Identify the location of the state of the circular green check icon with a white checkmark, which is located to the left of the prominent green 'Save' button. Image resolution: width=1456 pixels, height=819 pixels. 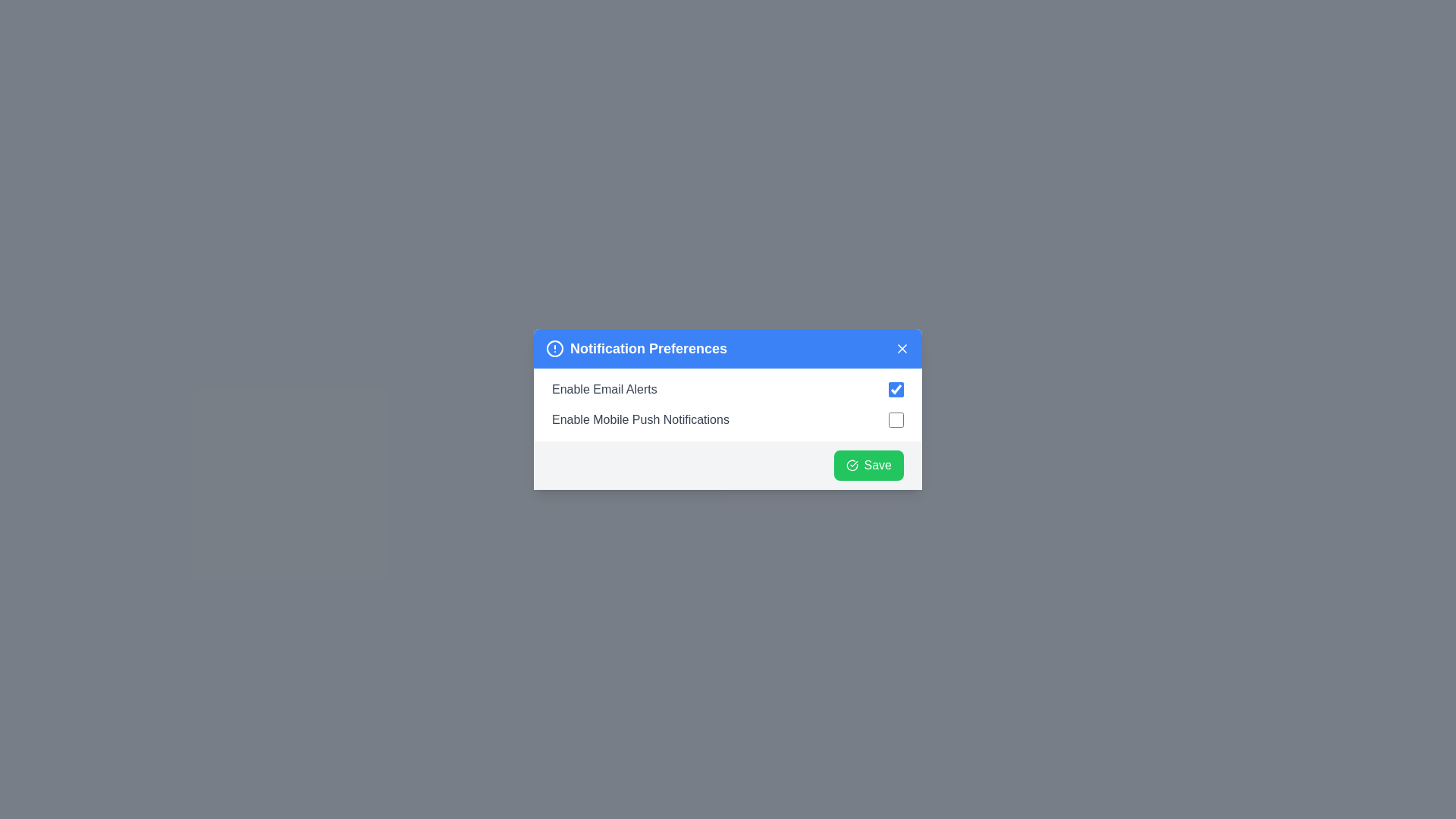
(852, 464).